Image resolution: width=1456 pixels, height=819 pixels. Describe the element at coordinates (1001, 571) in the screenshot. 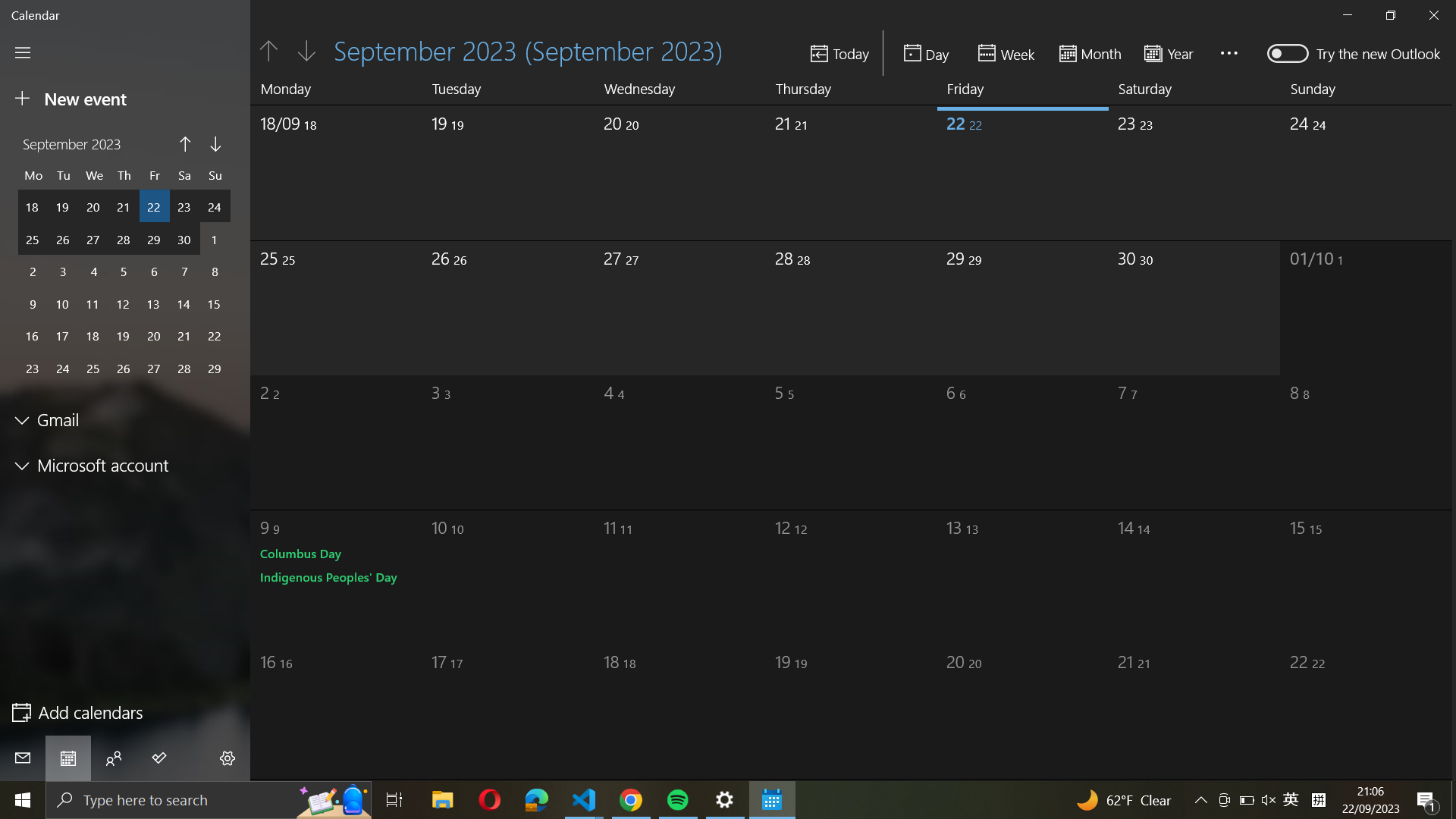

I see `Pick the date 13th October` at that location.